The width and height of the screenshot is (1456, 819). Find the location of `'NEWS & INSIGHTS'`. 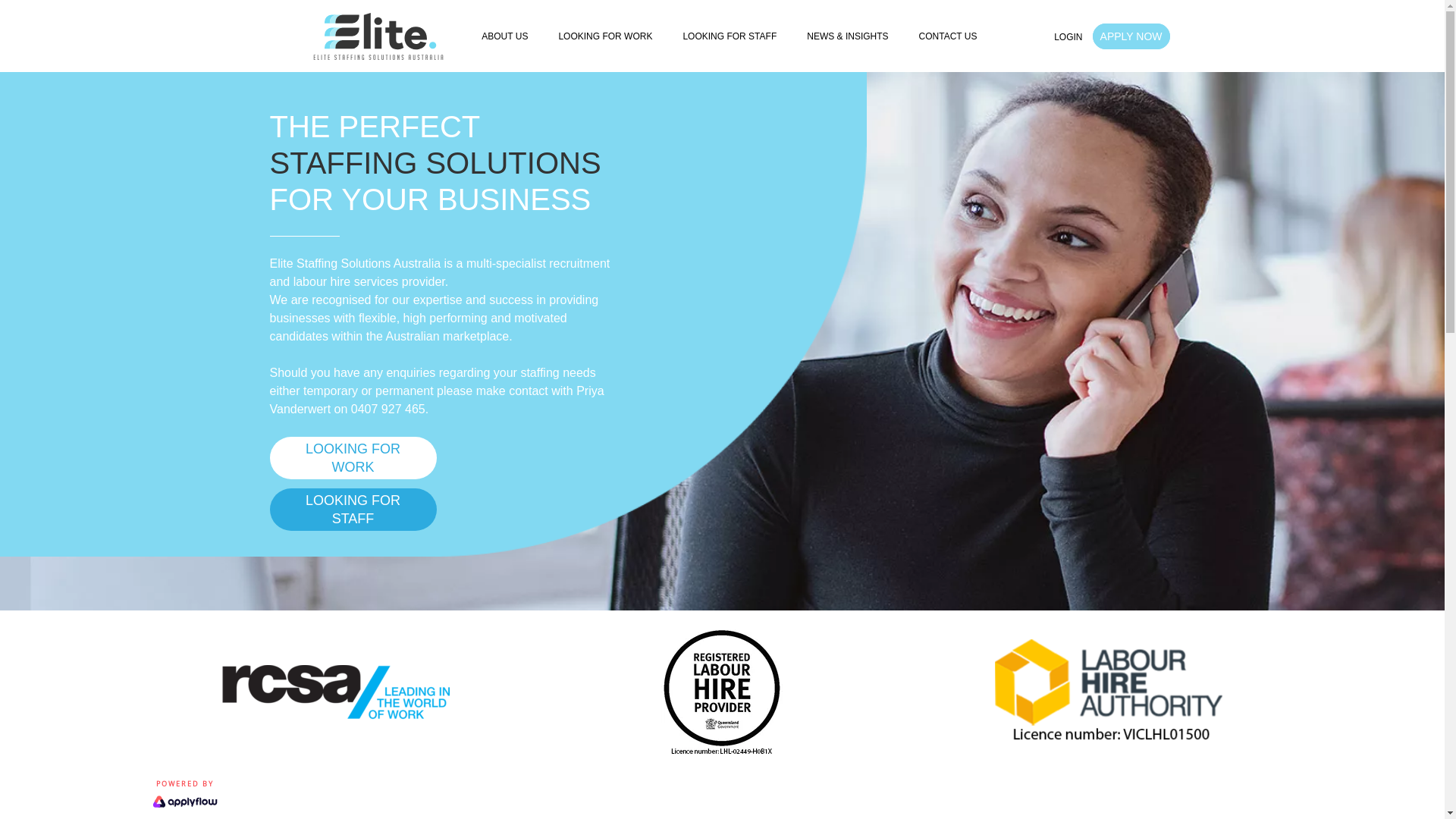

'NEWS & INSIGHTS' is located at coordinates (846, 35).